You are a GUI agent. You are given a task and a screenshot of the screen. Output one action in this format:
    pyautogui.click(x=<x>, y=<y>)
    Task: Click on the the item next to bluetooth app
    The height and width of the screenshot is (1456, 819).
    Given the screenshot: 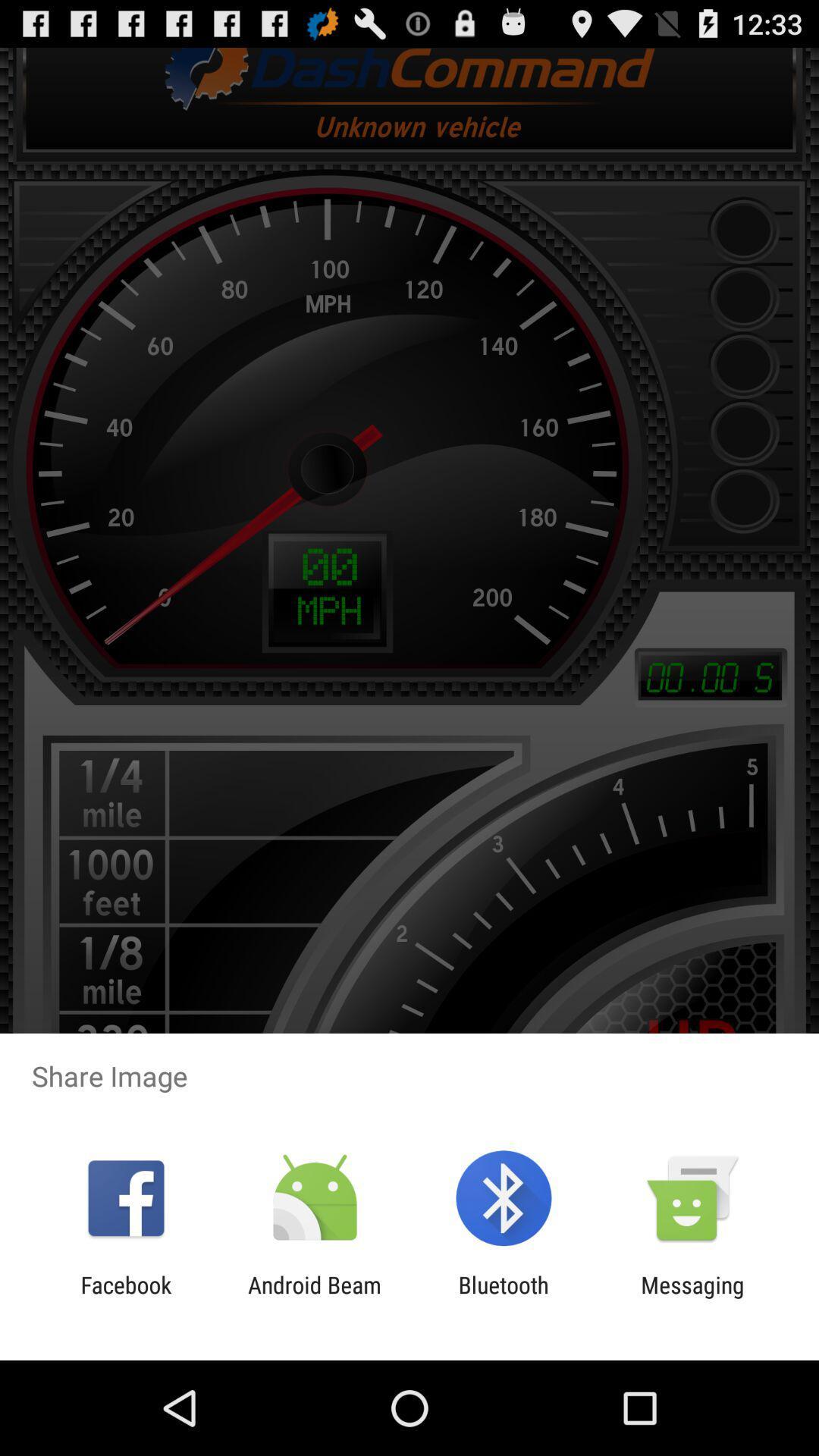 What is the action you would take?
    pyautogui.click(x=314, y=1298)
    